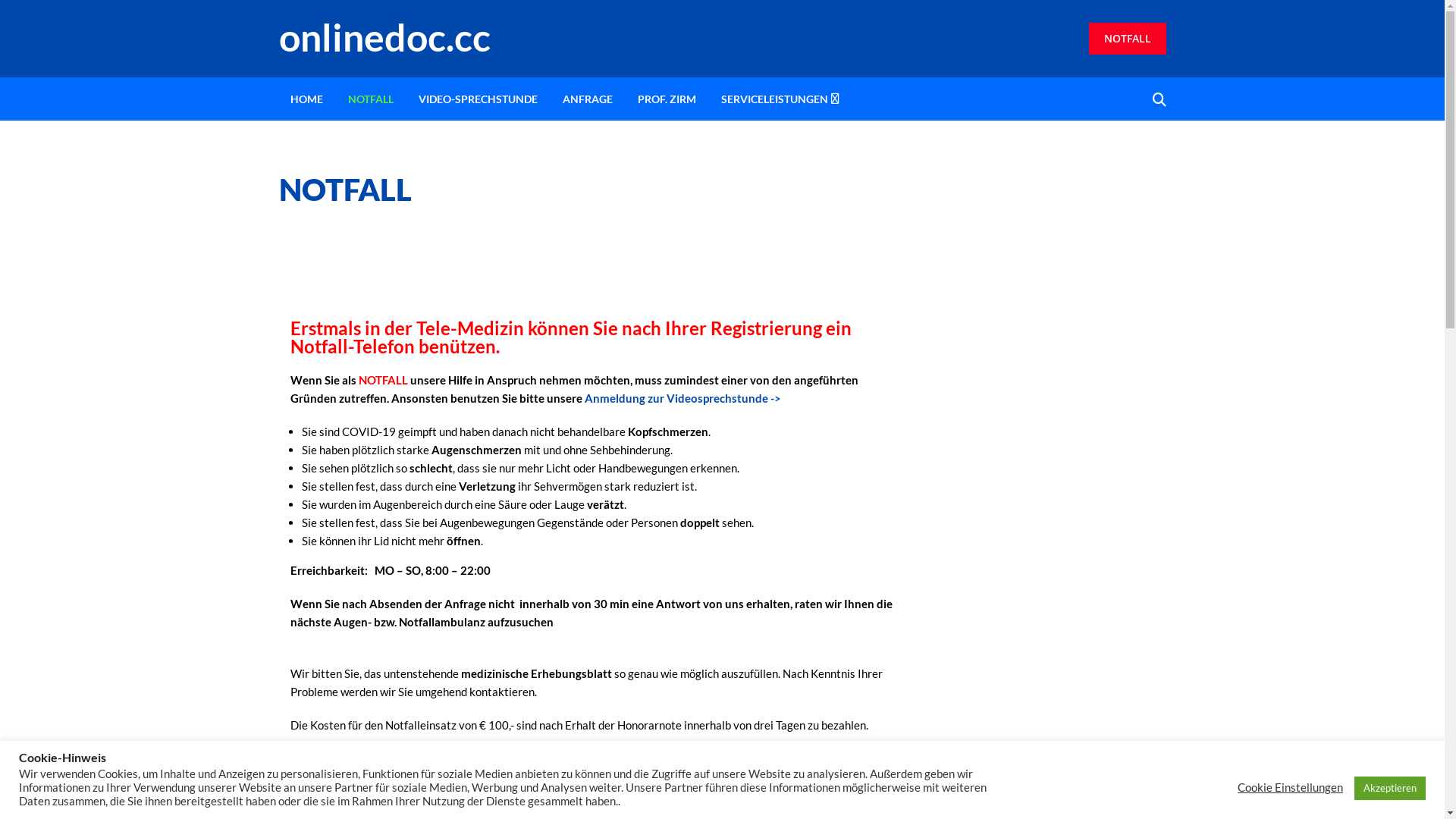 The height and width of the screenshot is (819, 1456). What do you see at coordinates (306, 99) in the screenshot?
I see `'HOME'` at bounding box center [306, 99].